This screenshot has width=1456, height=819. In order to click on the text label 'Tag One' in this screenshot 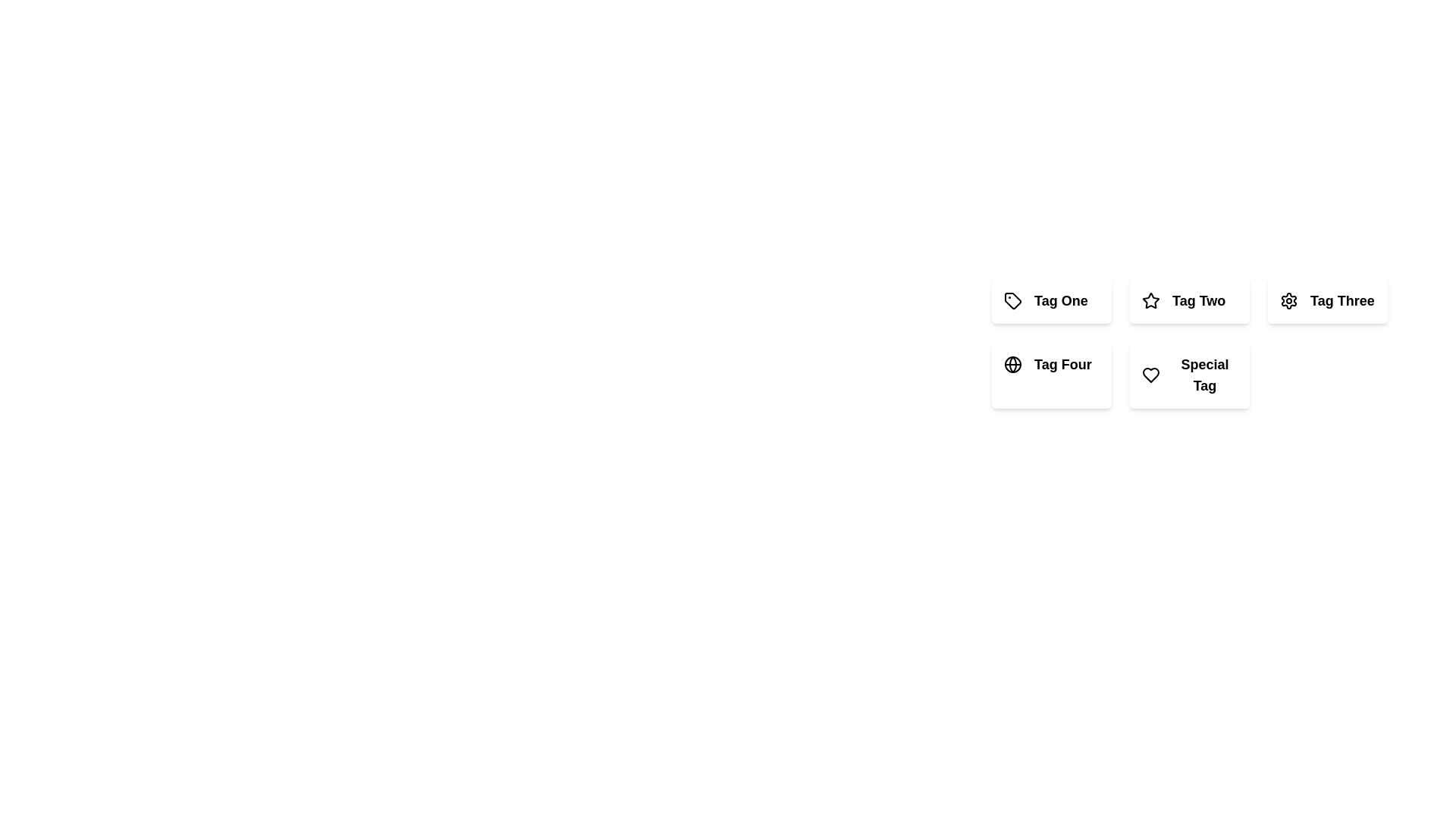, I will do `click(1060, 301)`.